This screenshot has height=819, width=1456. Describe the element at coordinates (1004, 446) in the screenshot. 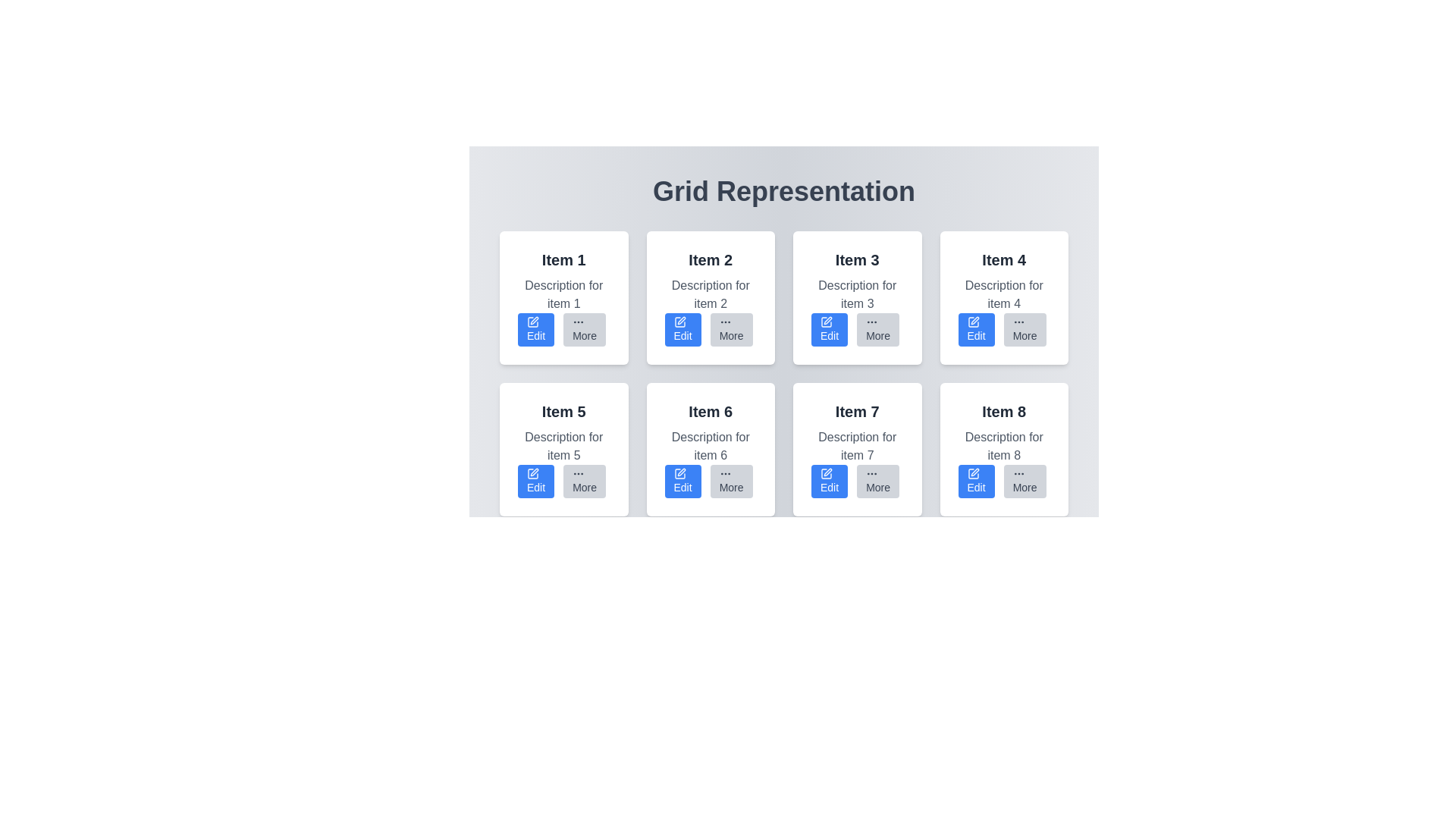

I see `the text block that reads 'Description for item 8', which is styled with a gray font color and located below the 'Item 8' title in the bottom-right card of a grid layout` at that location.